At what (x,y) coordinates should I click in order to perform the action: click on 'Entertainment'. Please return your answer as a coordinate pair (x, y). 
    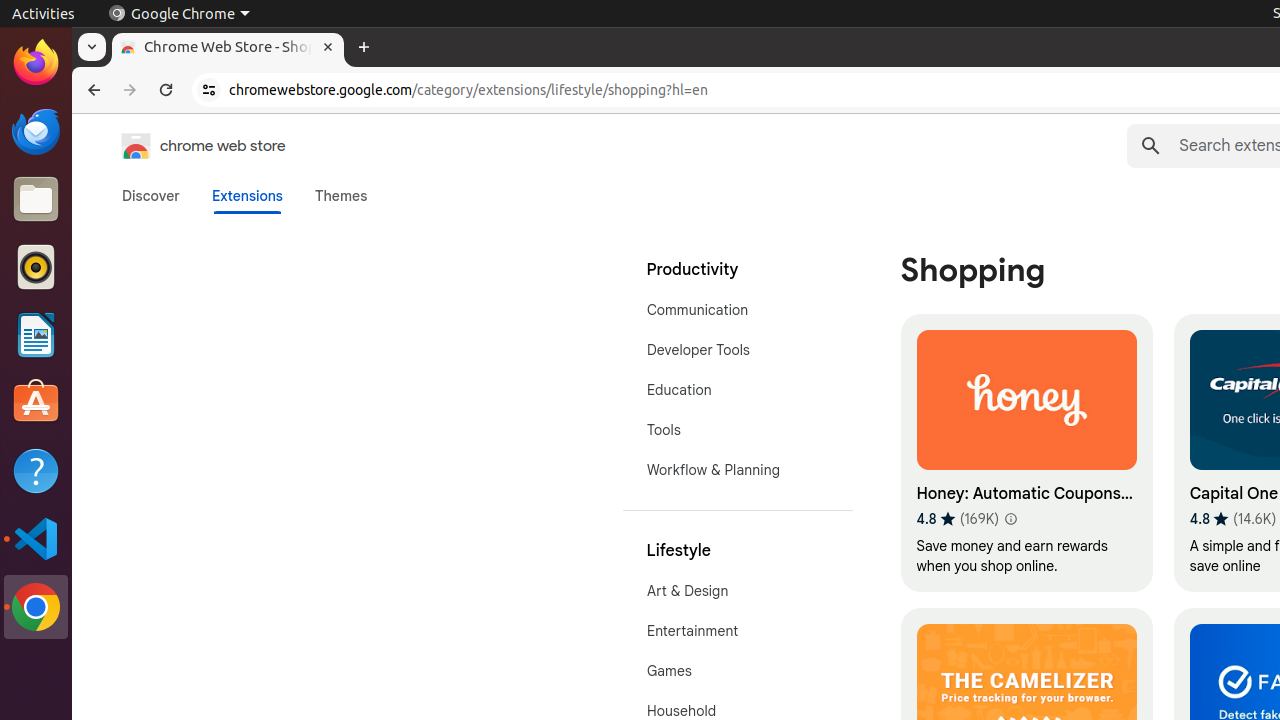
    Looking at the image, I should click on (736, 631).